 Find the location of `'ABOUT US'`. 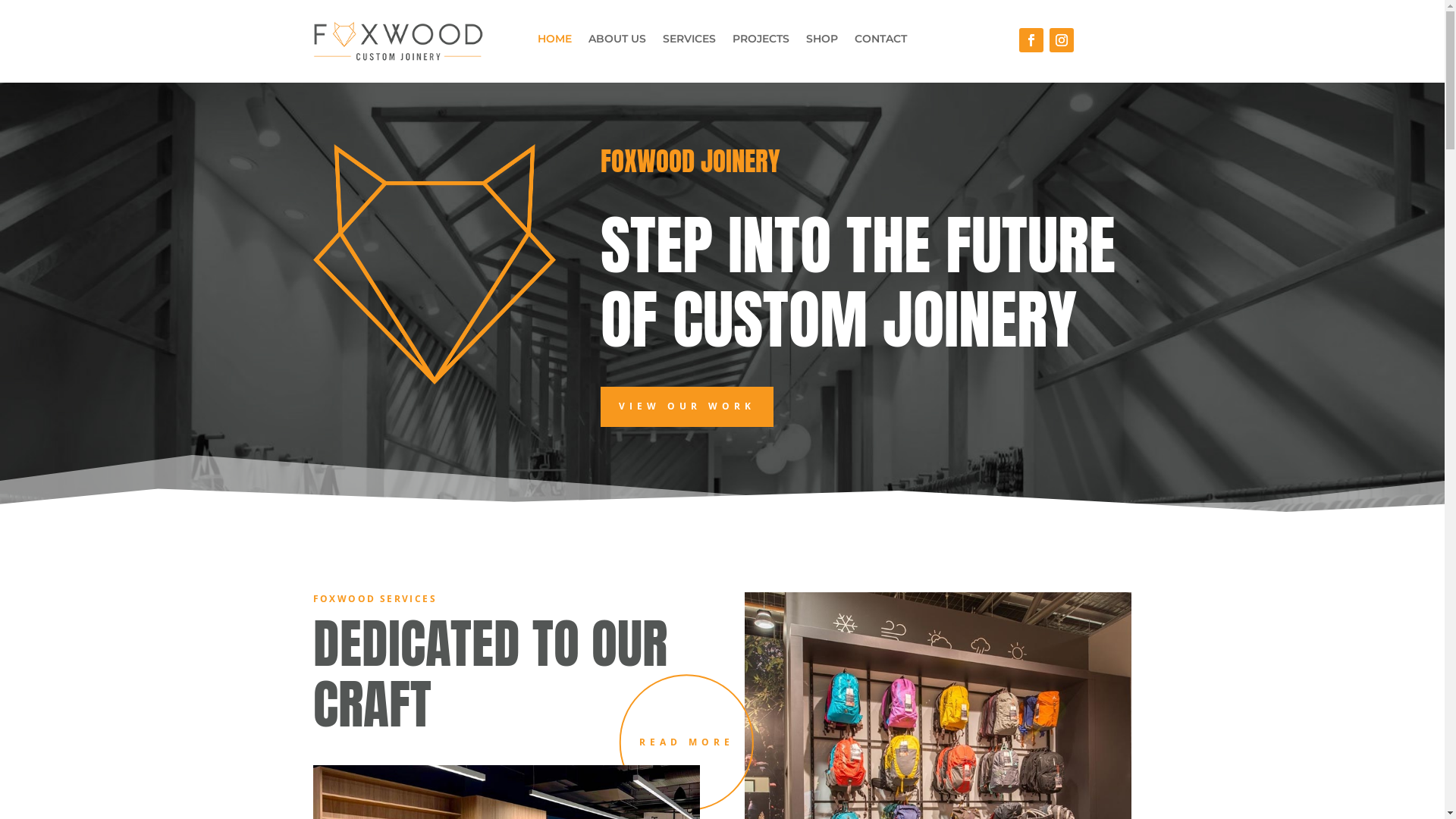

'ABOUT US' is located at coordinates (617, 40).